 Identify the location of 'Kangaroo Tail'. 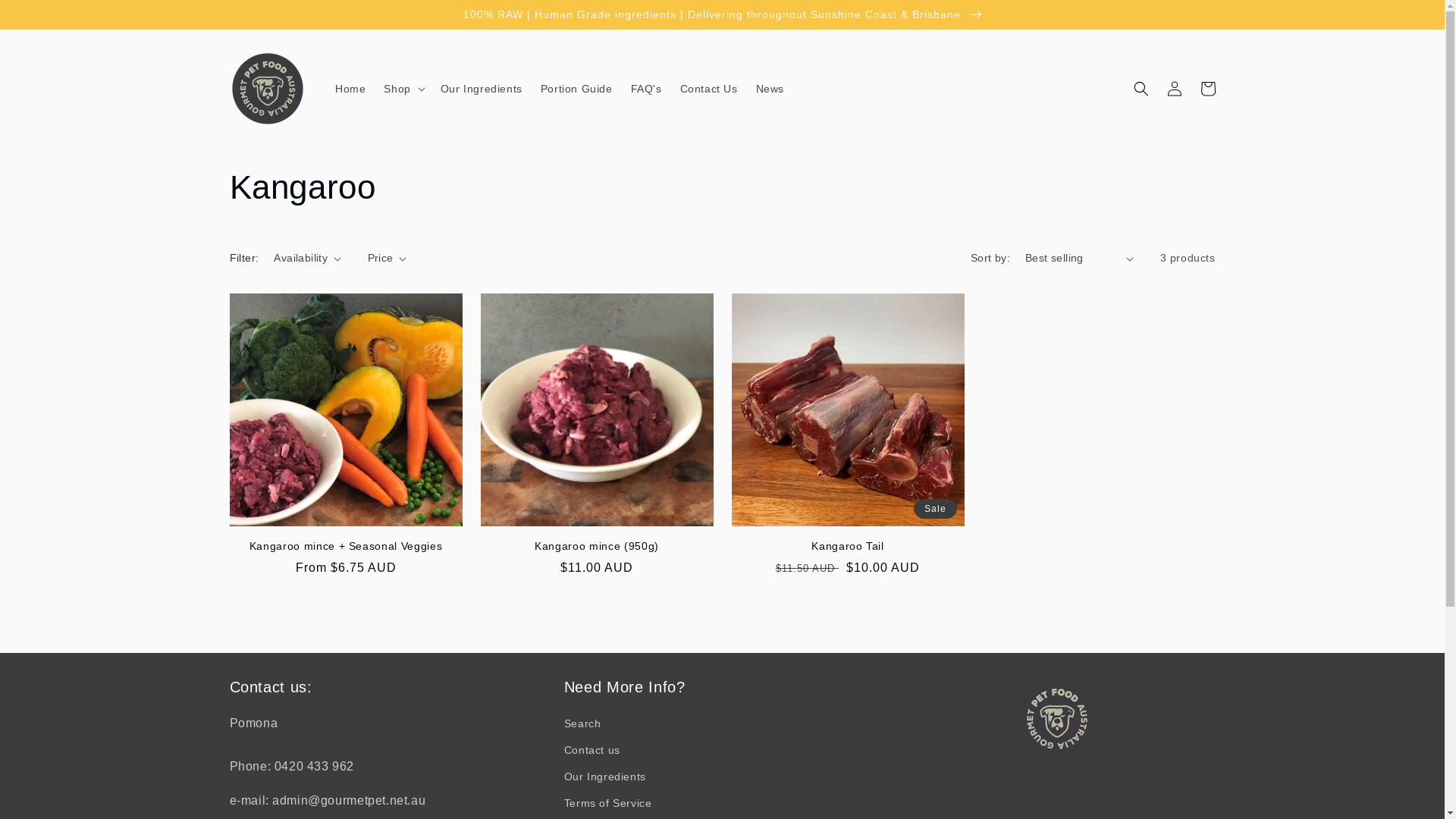
(846, 546).